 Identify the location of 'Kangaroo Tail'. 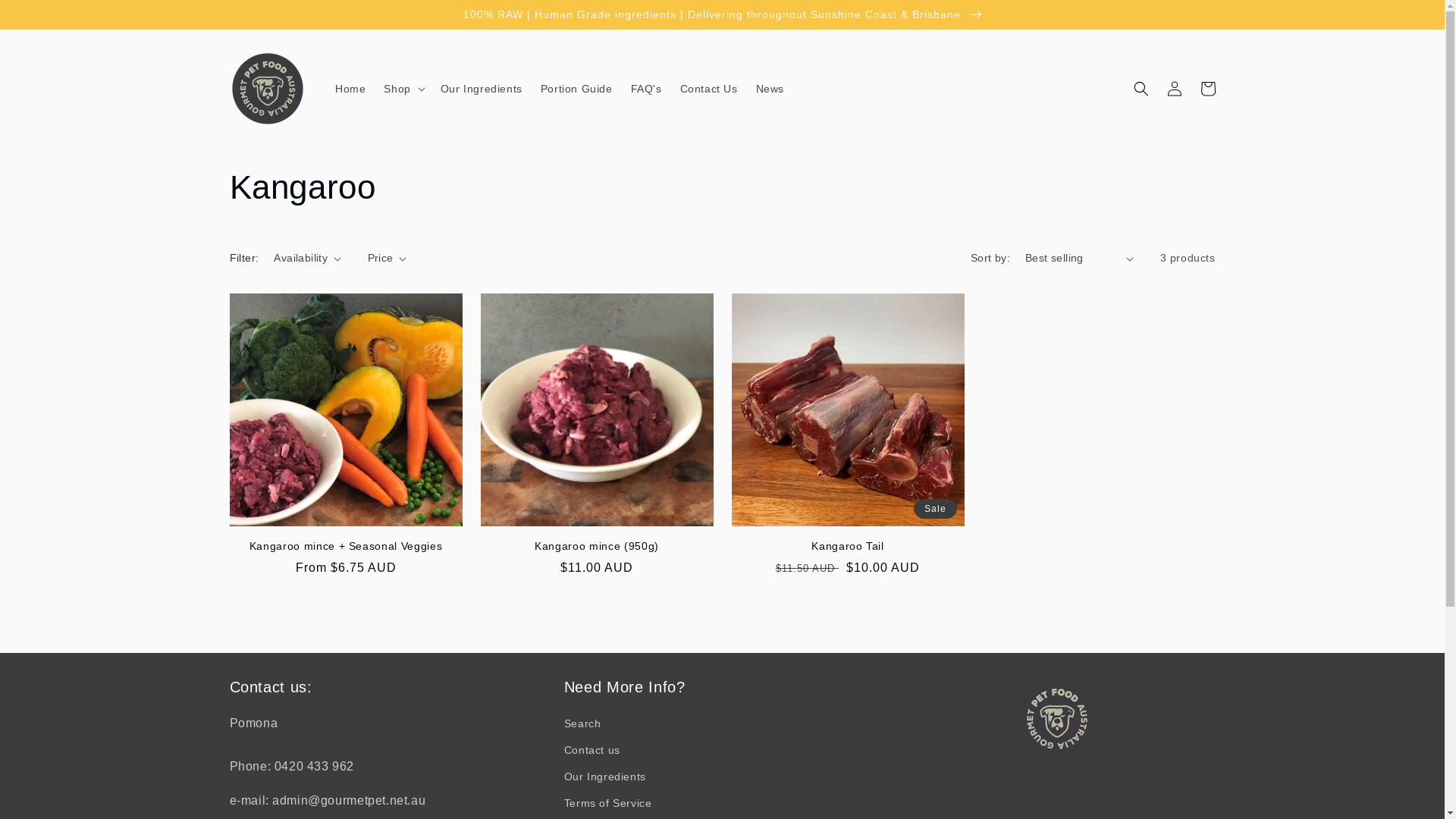
(846, 546).